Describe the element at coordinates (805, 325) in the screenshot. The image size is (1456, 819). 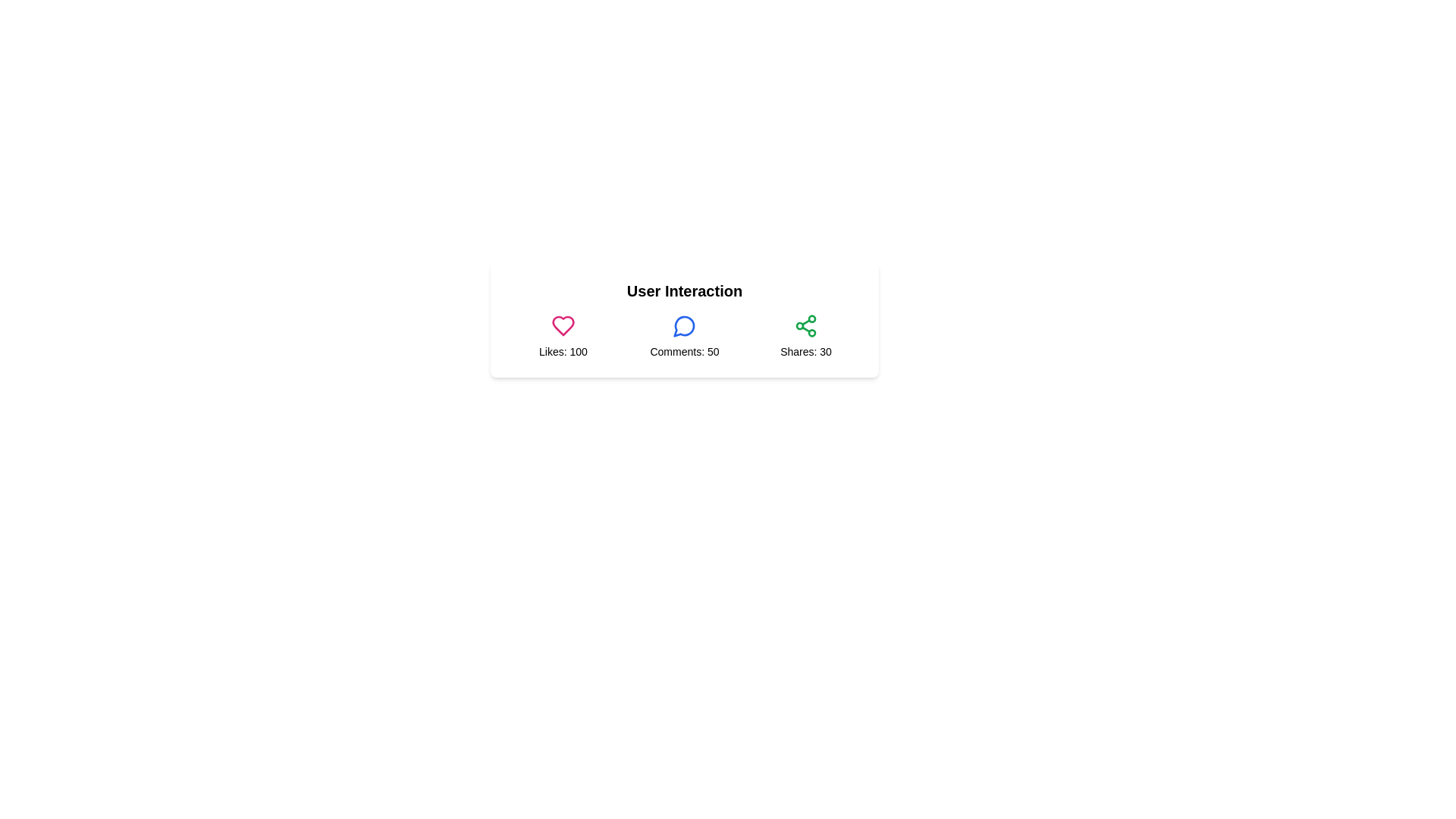
I see `the sharing icon located in the 'Shares: 30' section of the interface, which is the left-aligned icon and the rightmost in the 'User Interaction' section` at that location.